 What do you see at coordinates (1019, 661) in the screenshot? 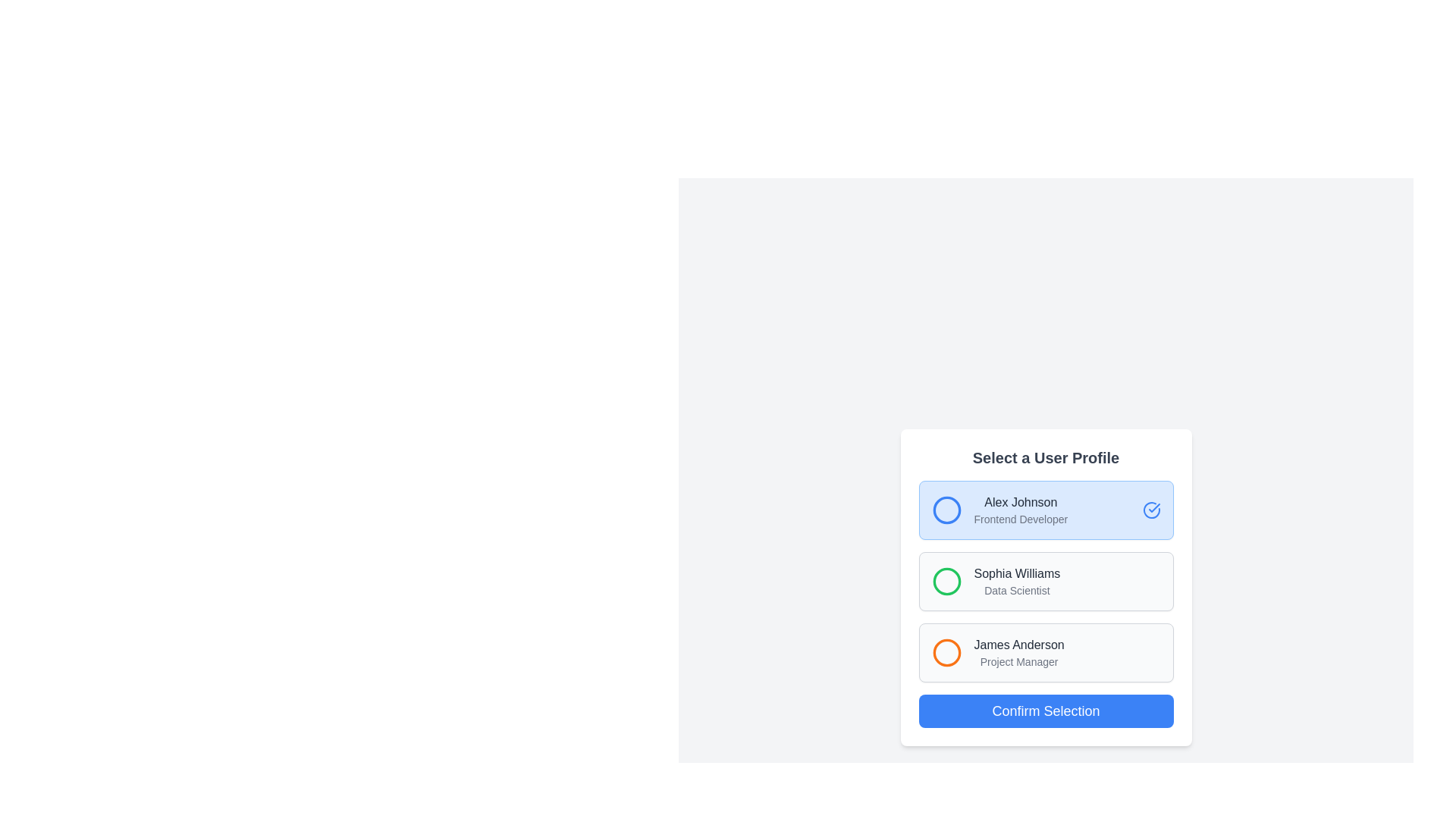
I see `text from the 'Project Manager' label located under 'James Anderson' in the third profile card of the user profile modal` at bounding box center [1019, 661].